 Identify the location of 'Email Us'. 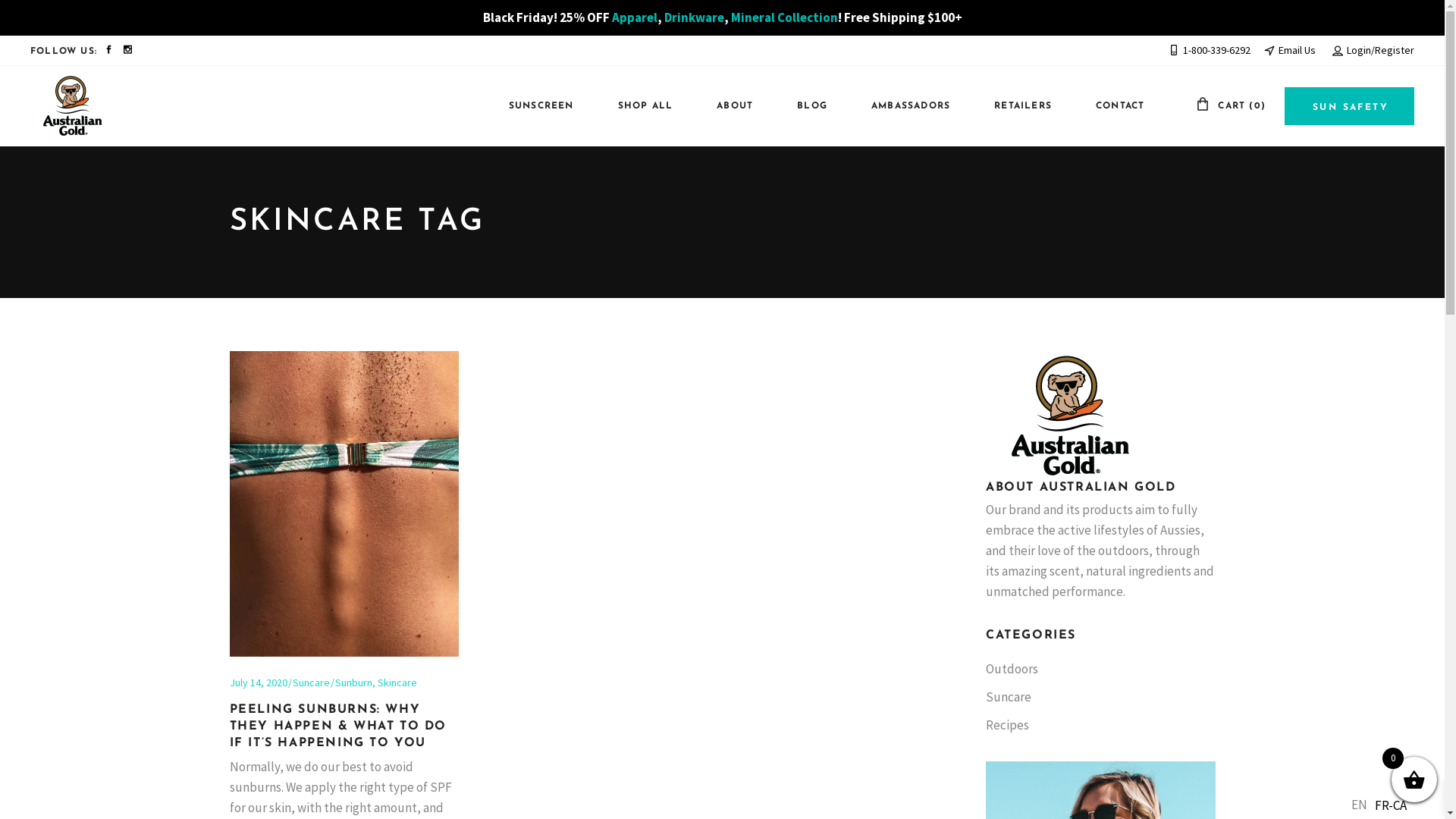
(1288, 49).